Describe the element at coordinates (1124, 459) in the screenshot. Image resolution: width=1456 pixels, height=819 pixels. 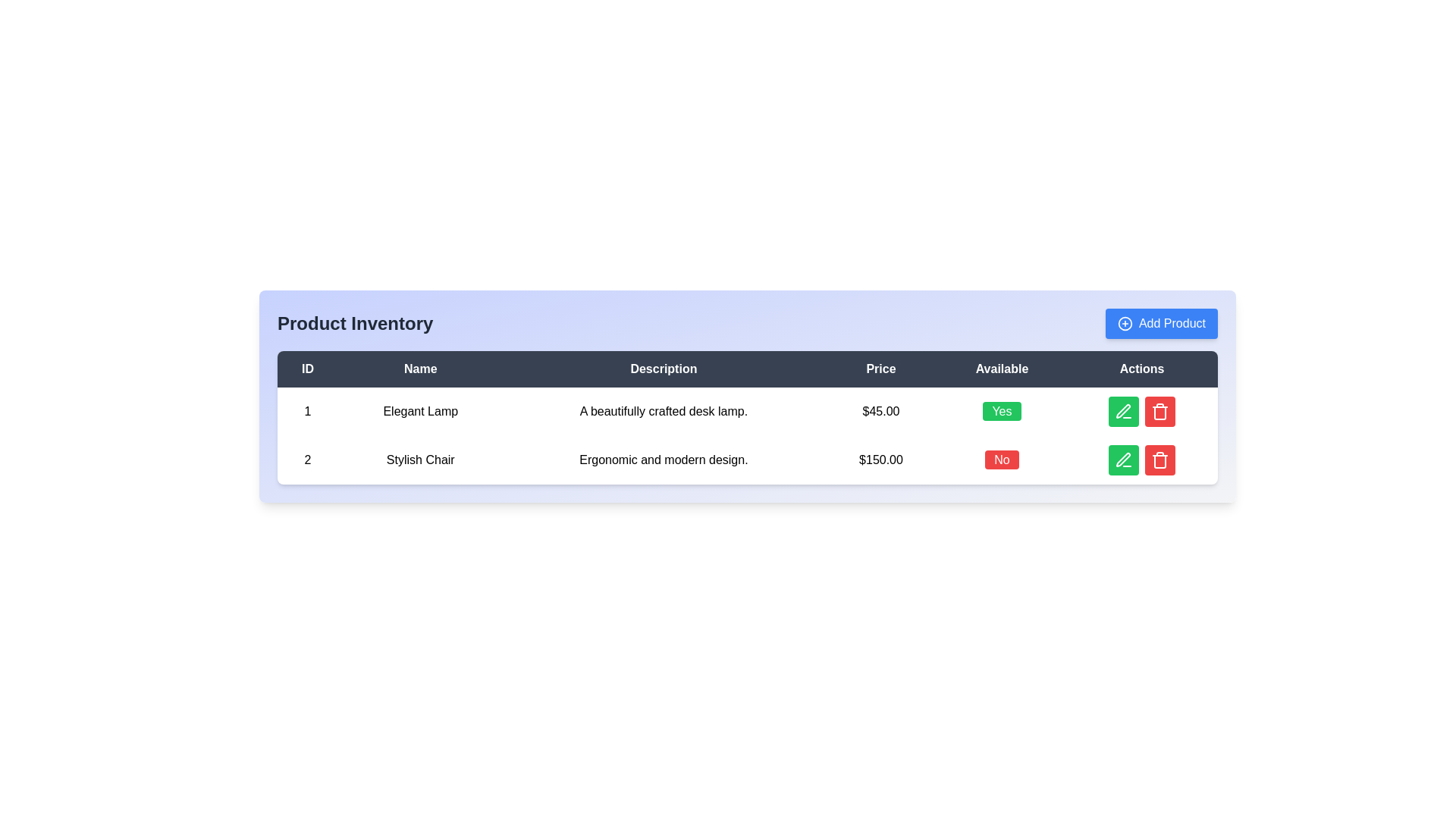
I see `the green button with a pen icon located in the 'Actions' column of the second row in the product inventory table` at that location.